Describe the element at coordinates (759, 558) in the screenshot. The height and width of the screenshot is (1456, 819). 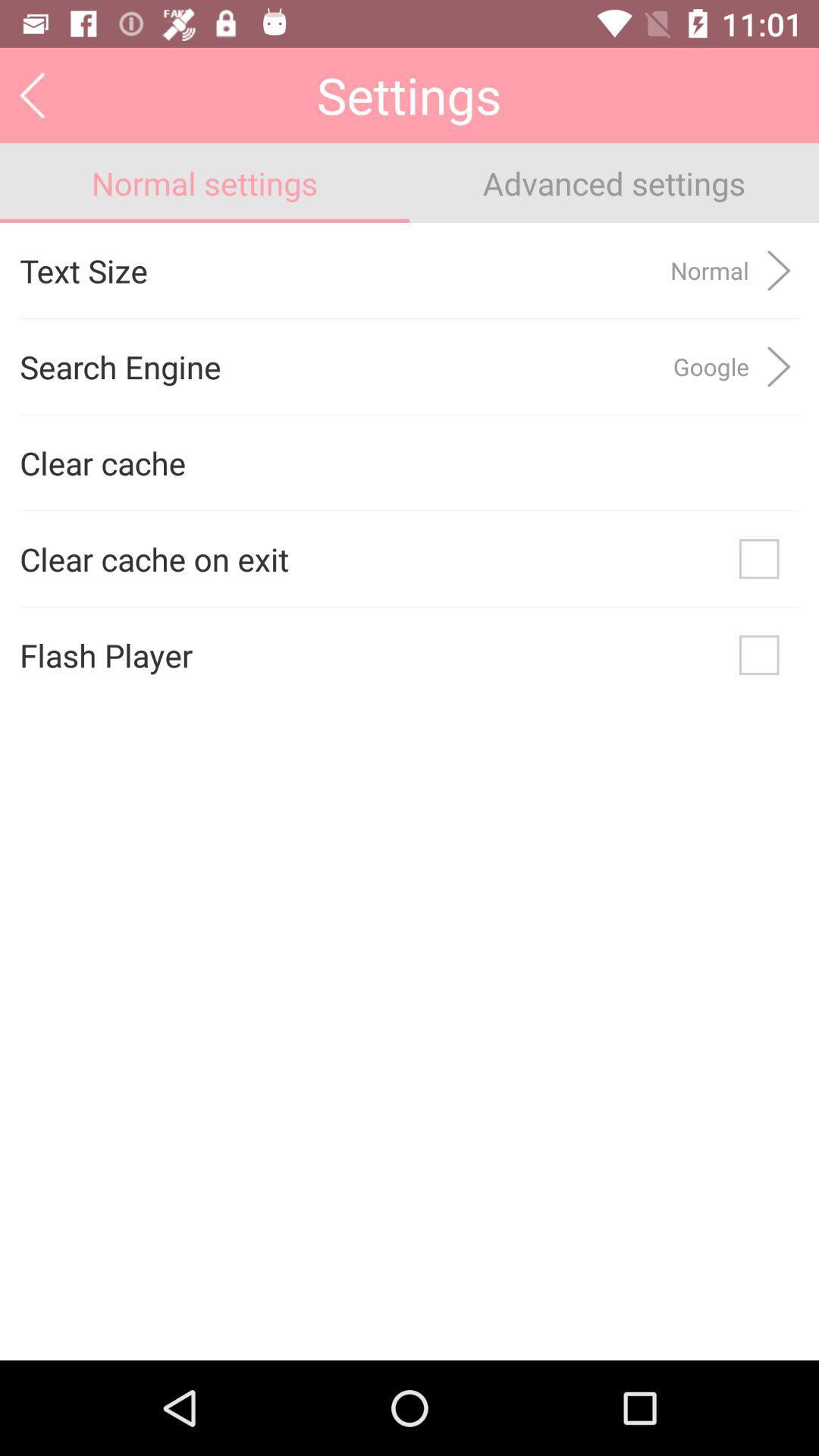
I see `clear cache on exit option` at that location.